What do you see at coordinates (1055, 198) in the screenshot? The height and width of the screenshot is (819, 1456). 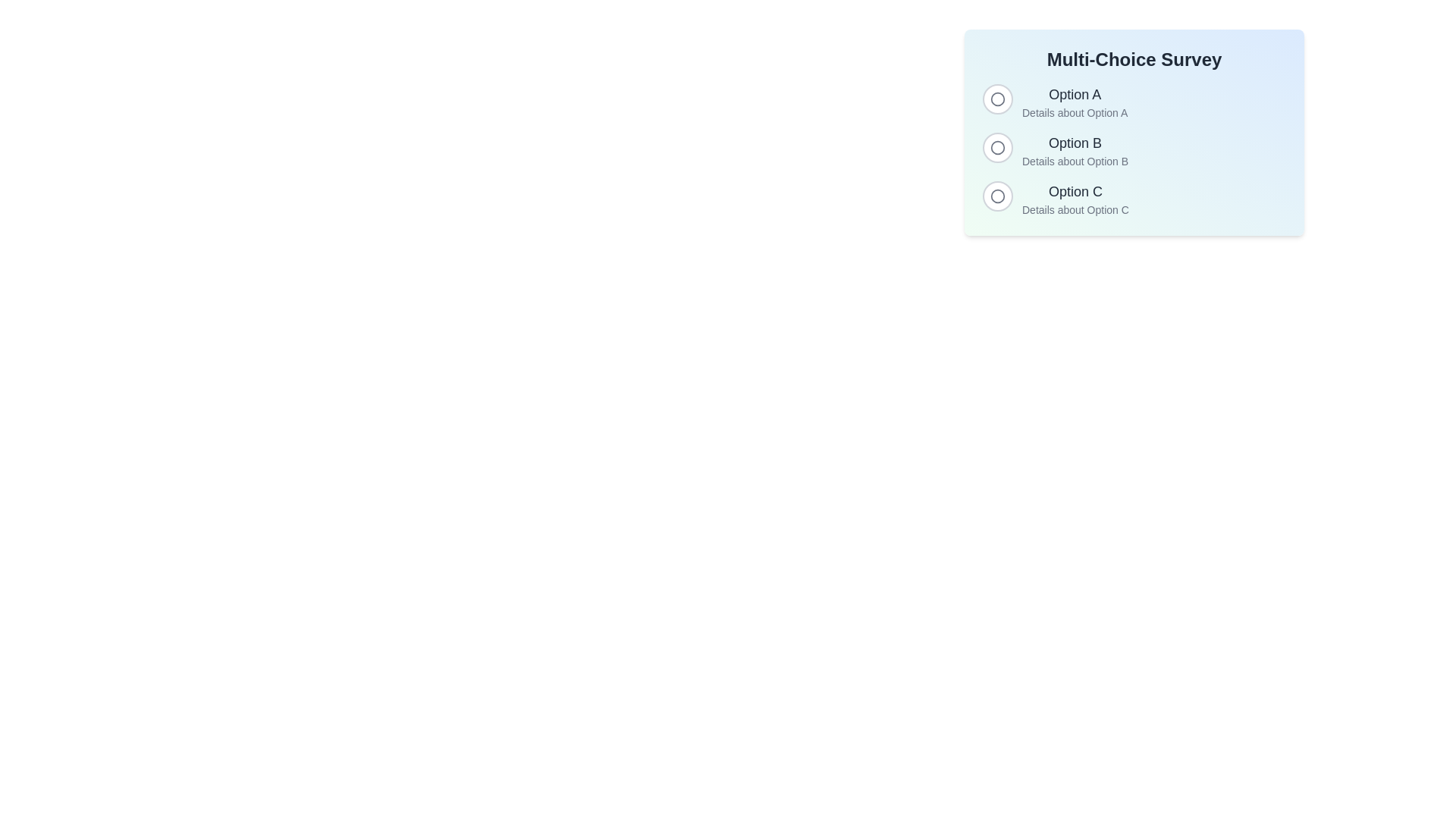 I see `the radio button option, which is the third option in the vertical stack of multiple-choice options in the survey` at bounding box center [1055, 198].